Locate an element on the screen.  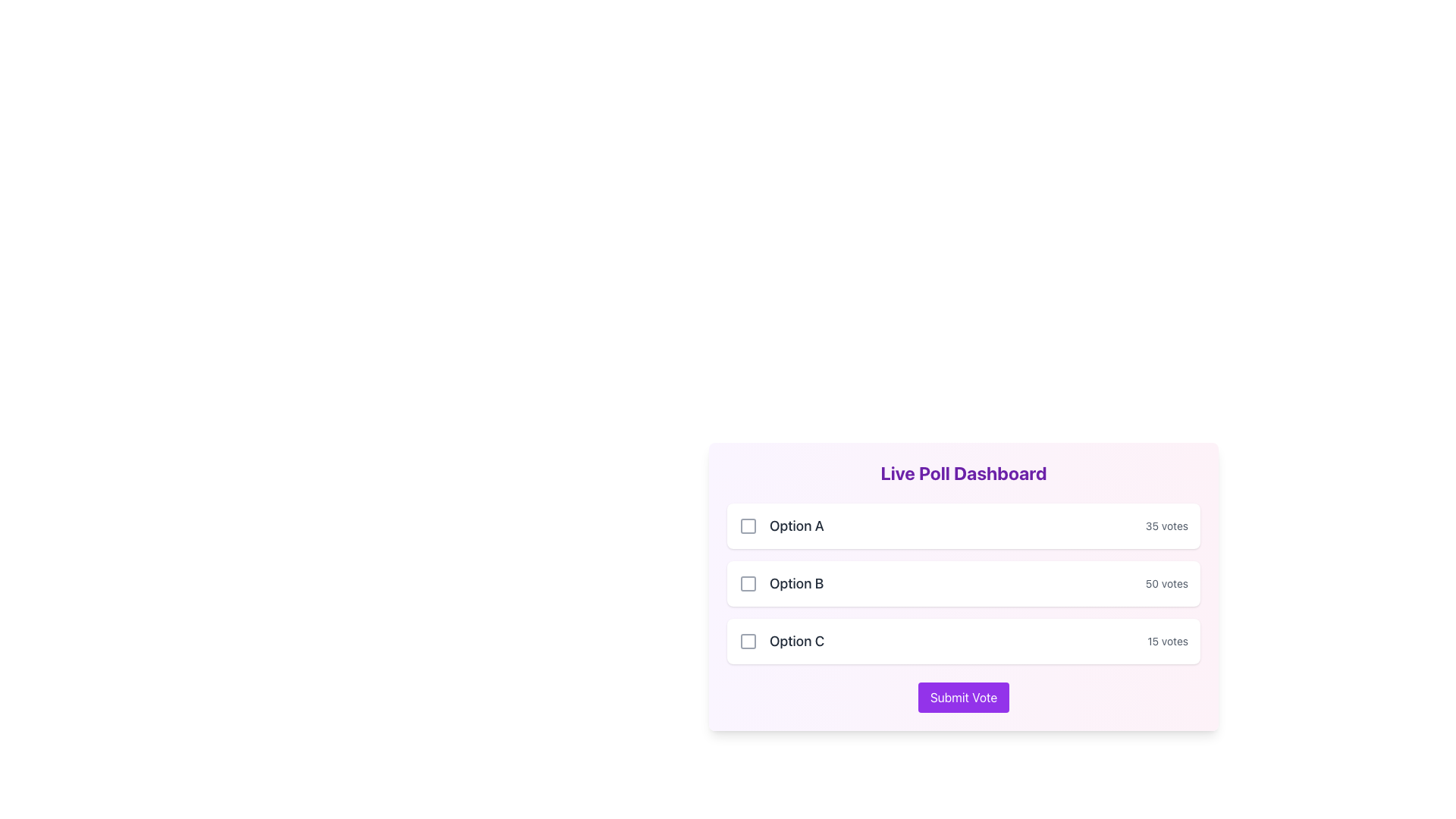
the interactive checkbox for 'Option B' in the poll setup to trigger visual feedback is located at coordinates (748, 583).